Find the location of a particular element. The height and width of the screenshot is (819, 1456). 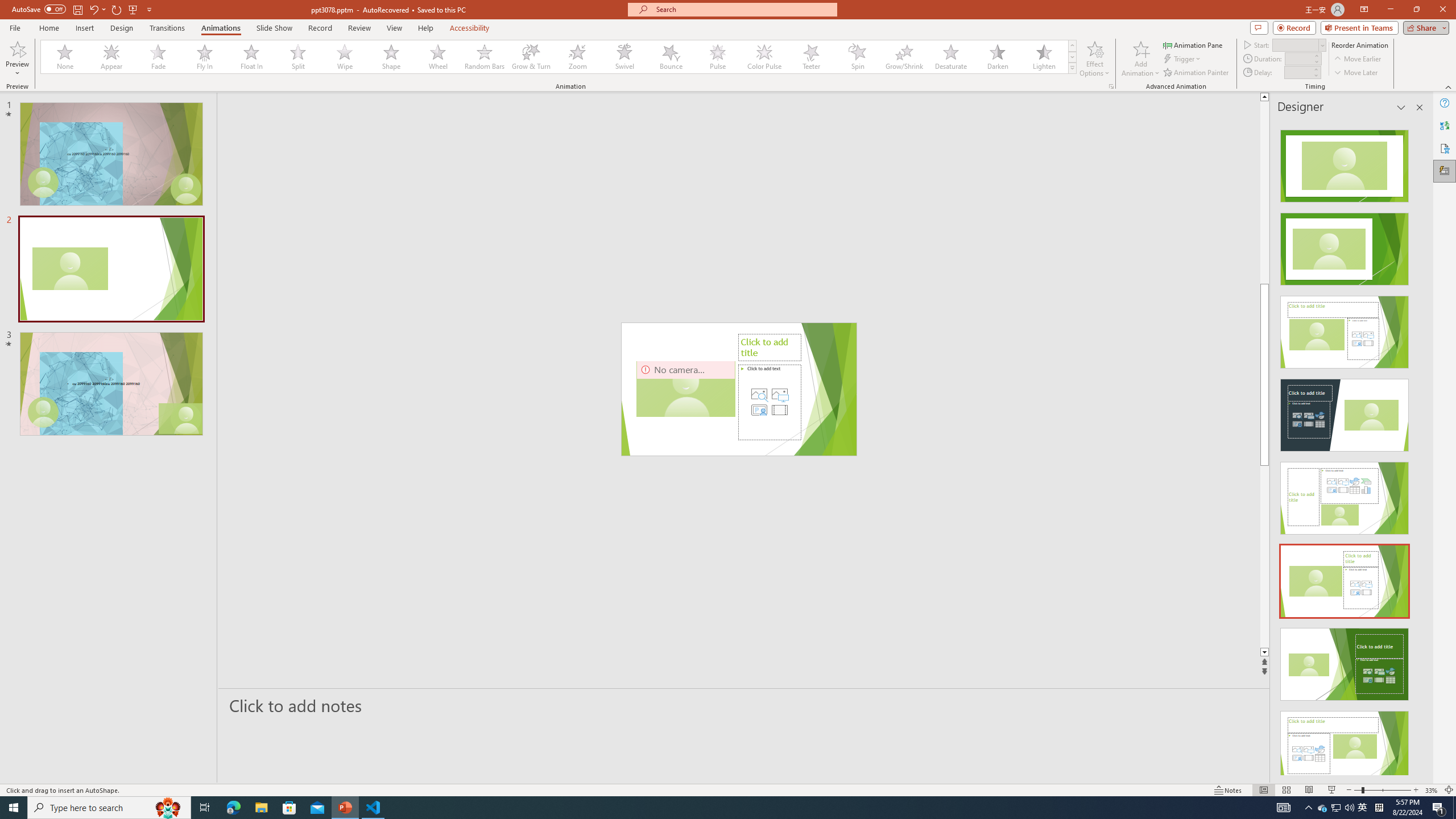

'Class: NetUIScrollBar' is located at coordinates (1418, 447).